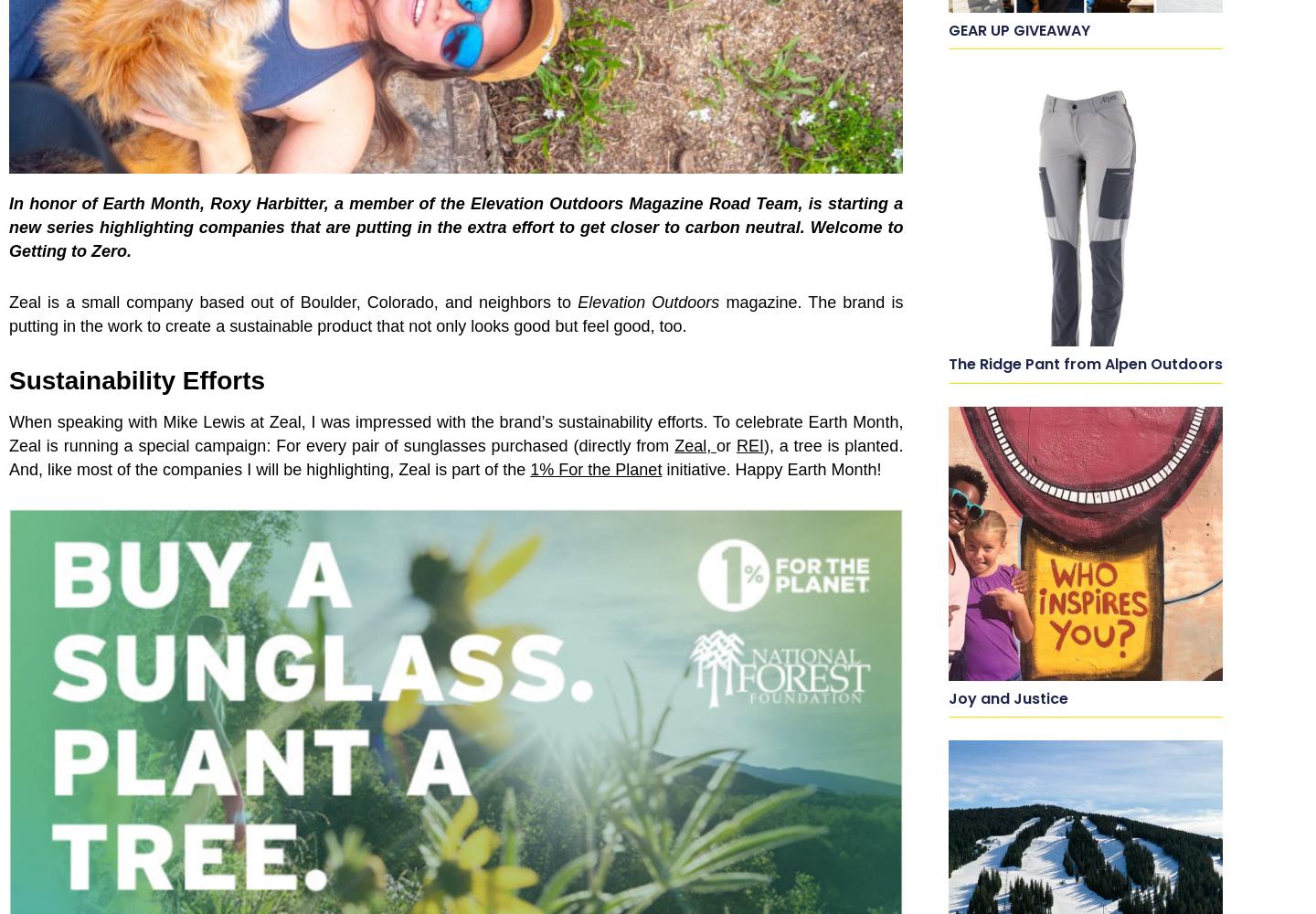 Image resolution: width=1316 pixels, height=914 pixels. What do you see at coordinates (726, 445) in the screenshot?
I see `'or'` at bounding box center [726, 445].